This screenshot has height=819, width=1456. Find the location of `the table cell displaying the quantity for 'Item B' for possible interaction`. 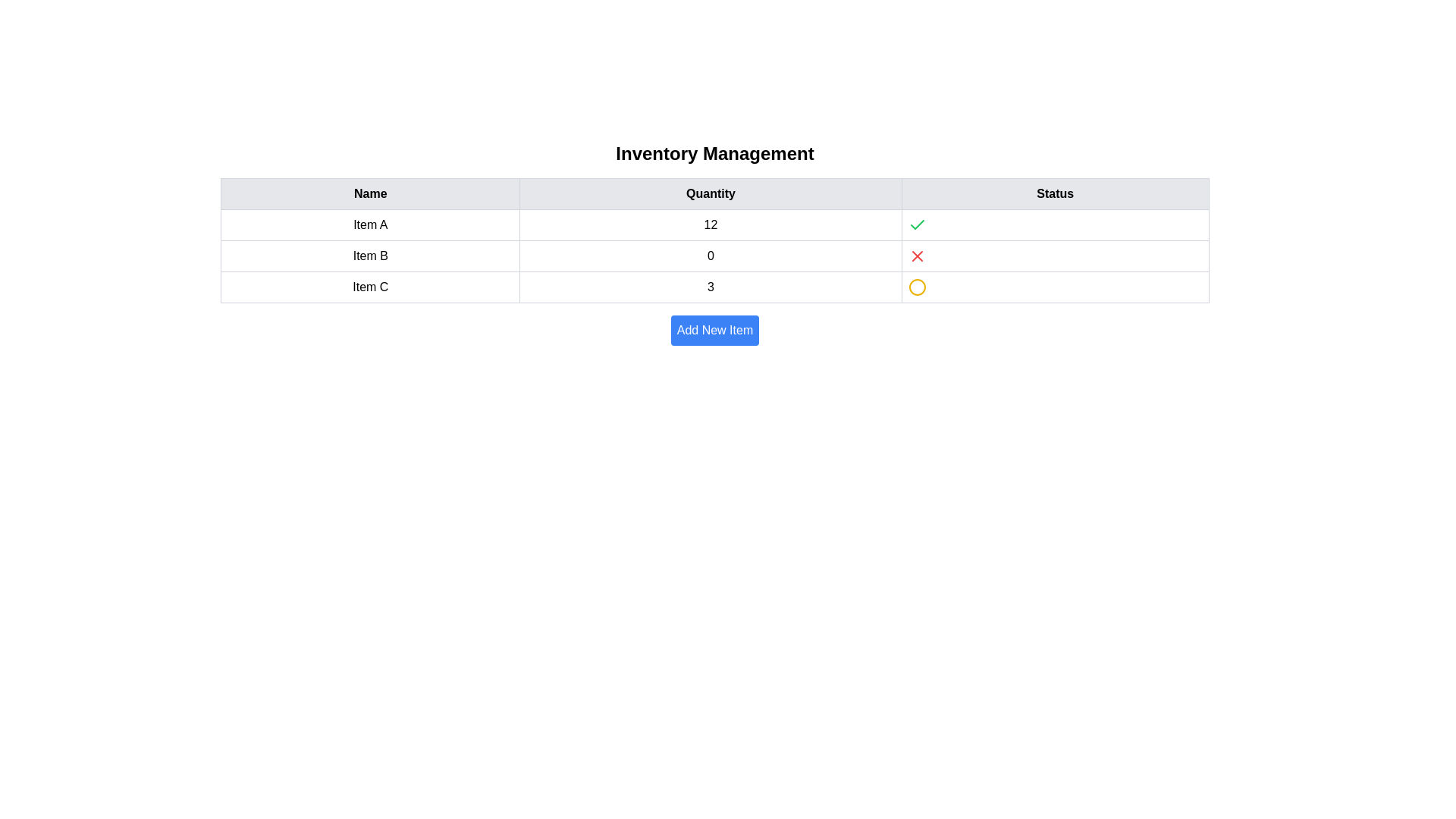

the table cell displaying the quantity for 'Item B' for possible interaction is located at coordinates (710, 256).